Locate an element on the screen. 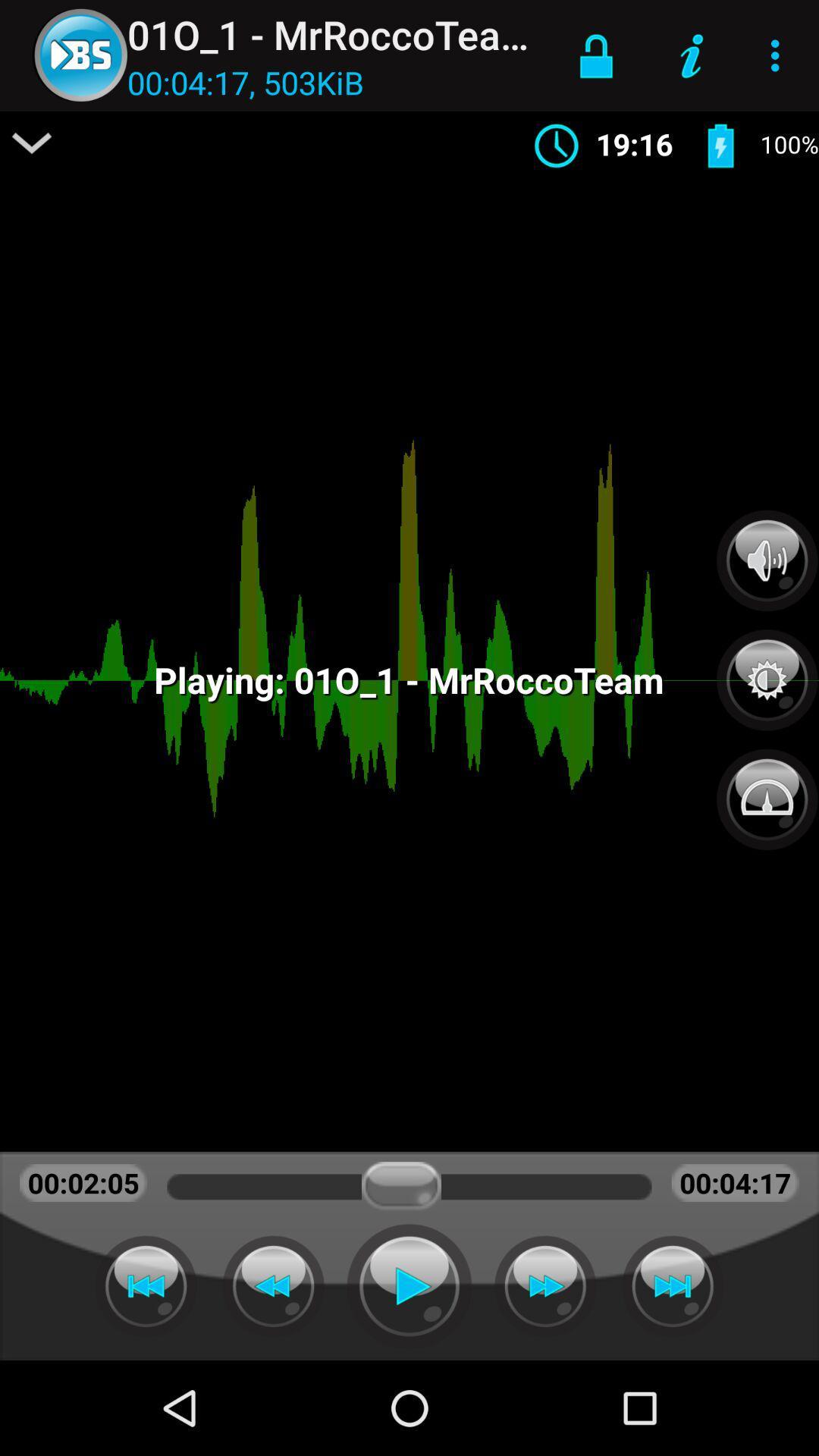  the expand_more icon is located at coordinates (32, 143).